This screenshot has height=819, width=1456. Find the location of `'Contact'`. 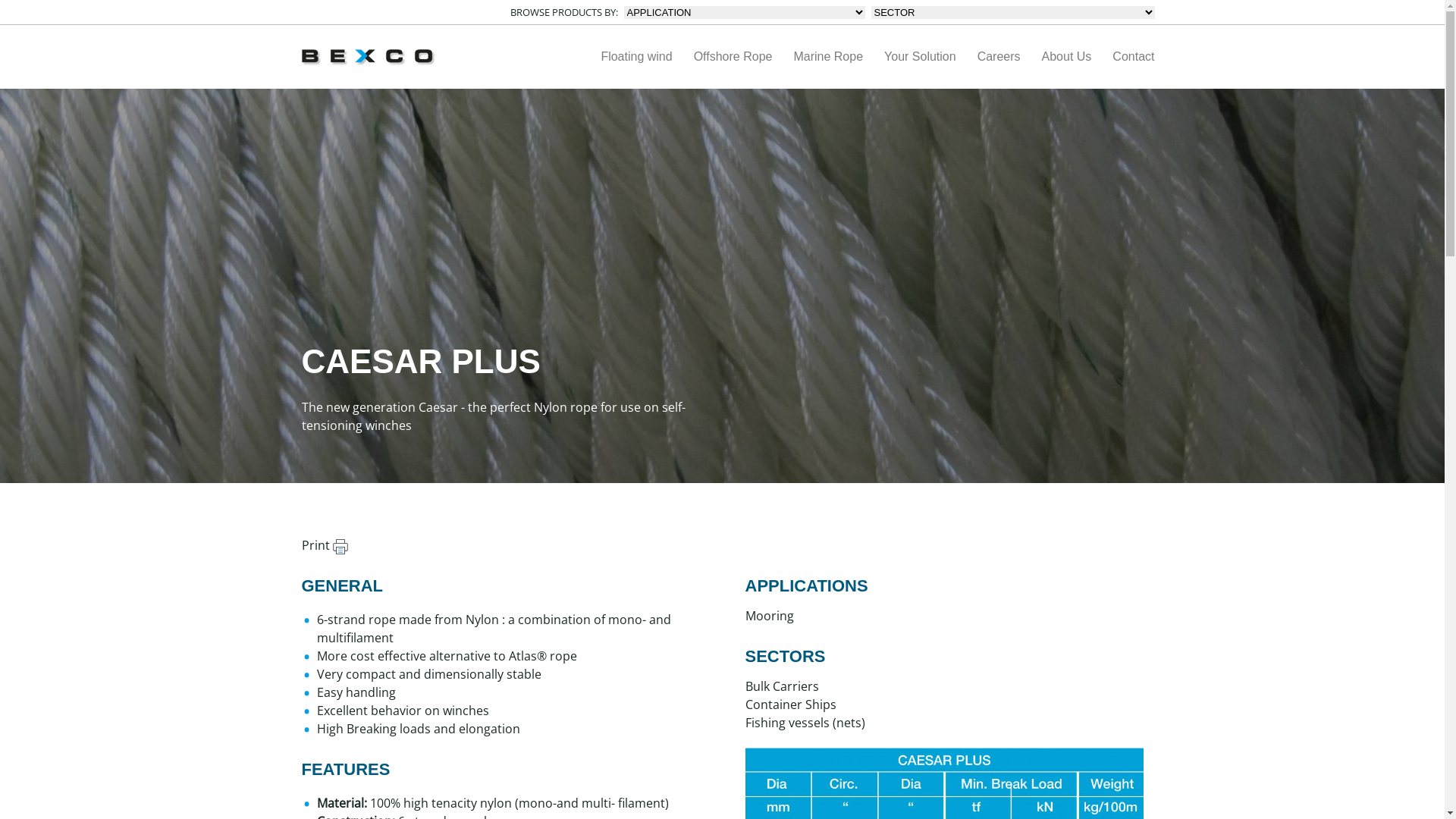

'Contact' is located at coordinates (1133, 55).